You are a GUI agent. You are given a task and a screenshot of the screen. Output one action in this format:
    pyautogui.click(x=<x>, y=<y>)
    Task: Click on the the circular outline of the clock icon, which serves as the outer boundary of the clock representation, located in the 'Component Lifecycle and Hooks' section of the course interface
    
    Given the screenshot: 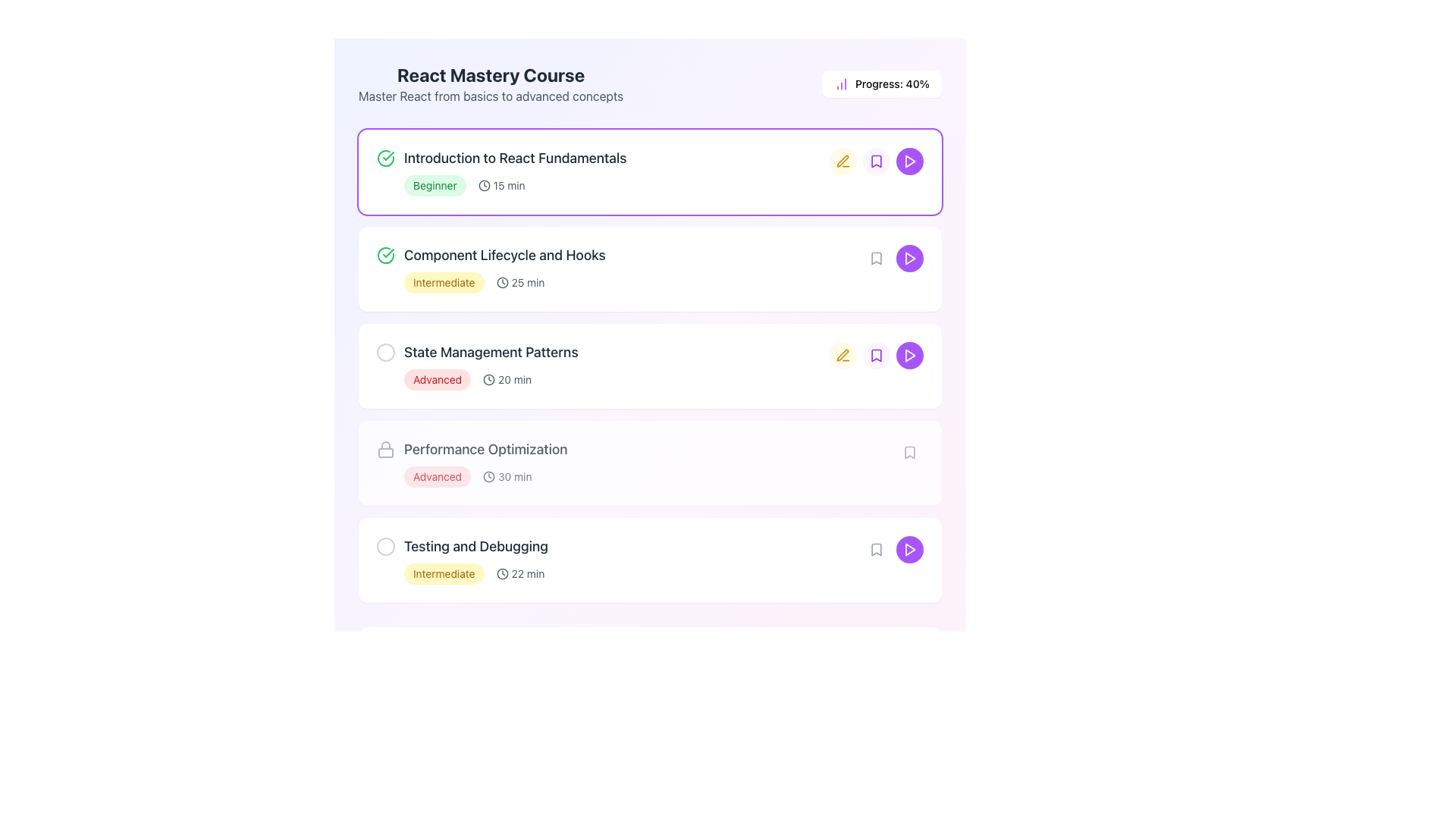 What is the action you would take?
    pyautogui.click(x=502, y=283)
    